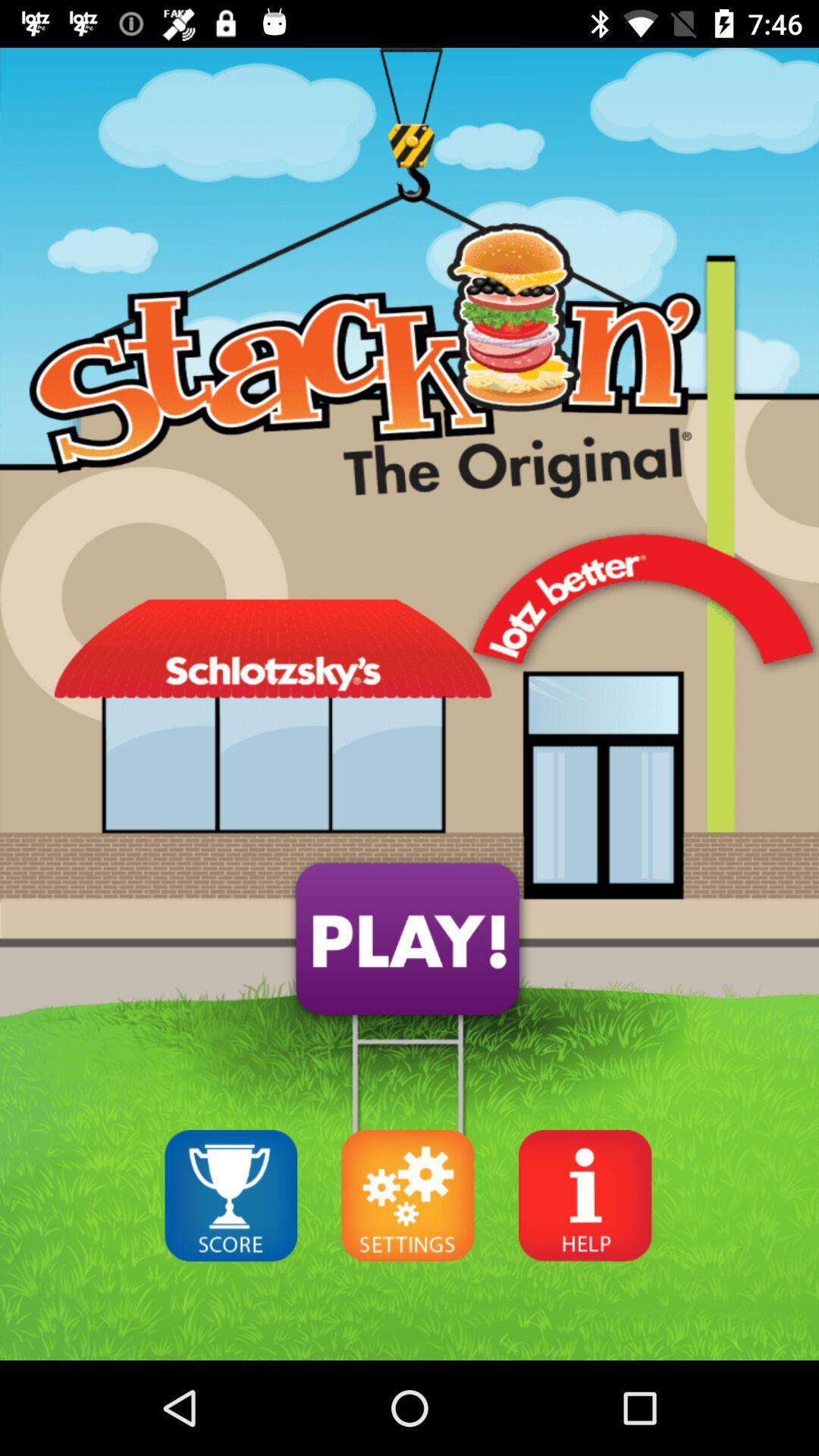  Describe the element at coordinates (585, 1194) in the screenshot. I see `help box option` at that location.